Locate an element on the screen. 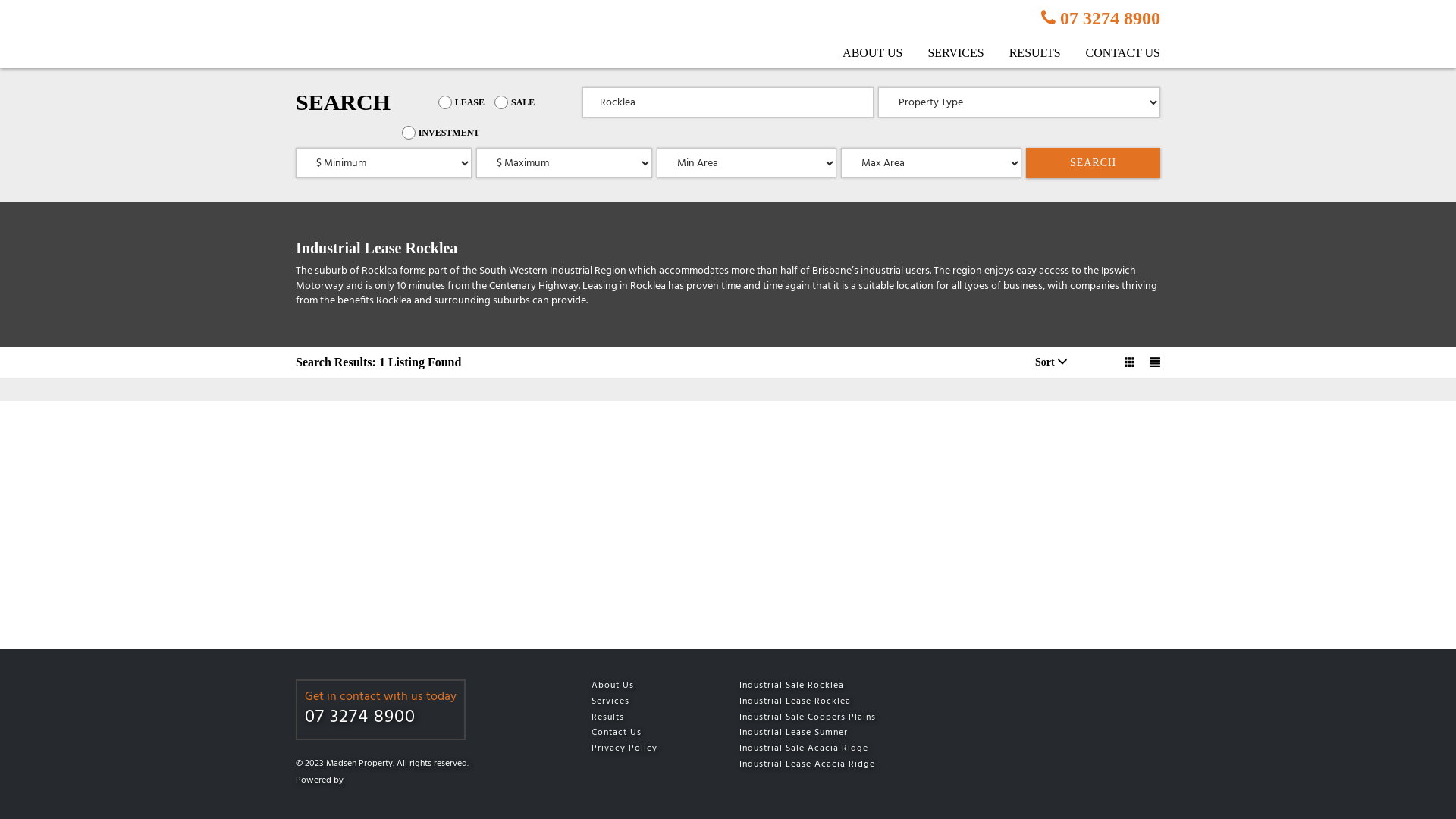  'Industrial Sale Coopers Plains' is located at coordinates (739, 717).